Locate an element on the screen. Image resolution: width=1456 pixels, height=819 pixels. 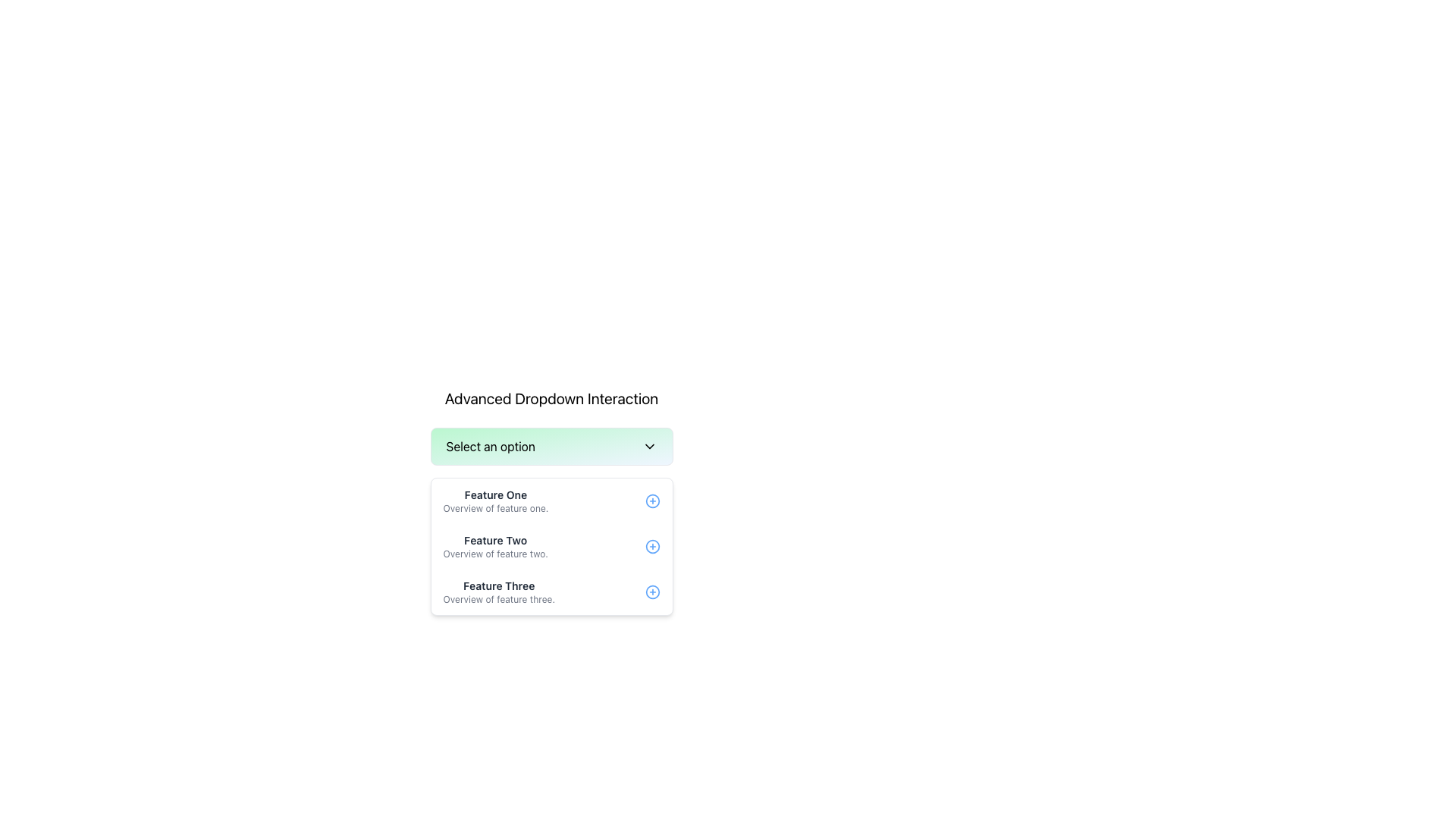
the chevron button located at the rightmost end of the 'Select an option' label is located at coordinates (649, 446).